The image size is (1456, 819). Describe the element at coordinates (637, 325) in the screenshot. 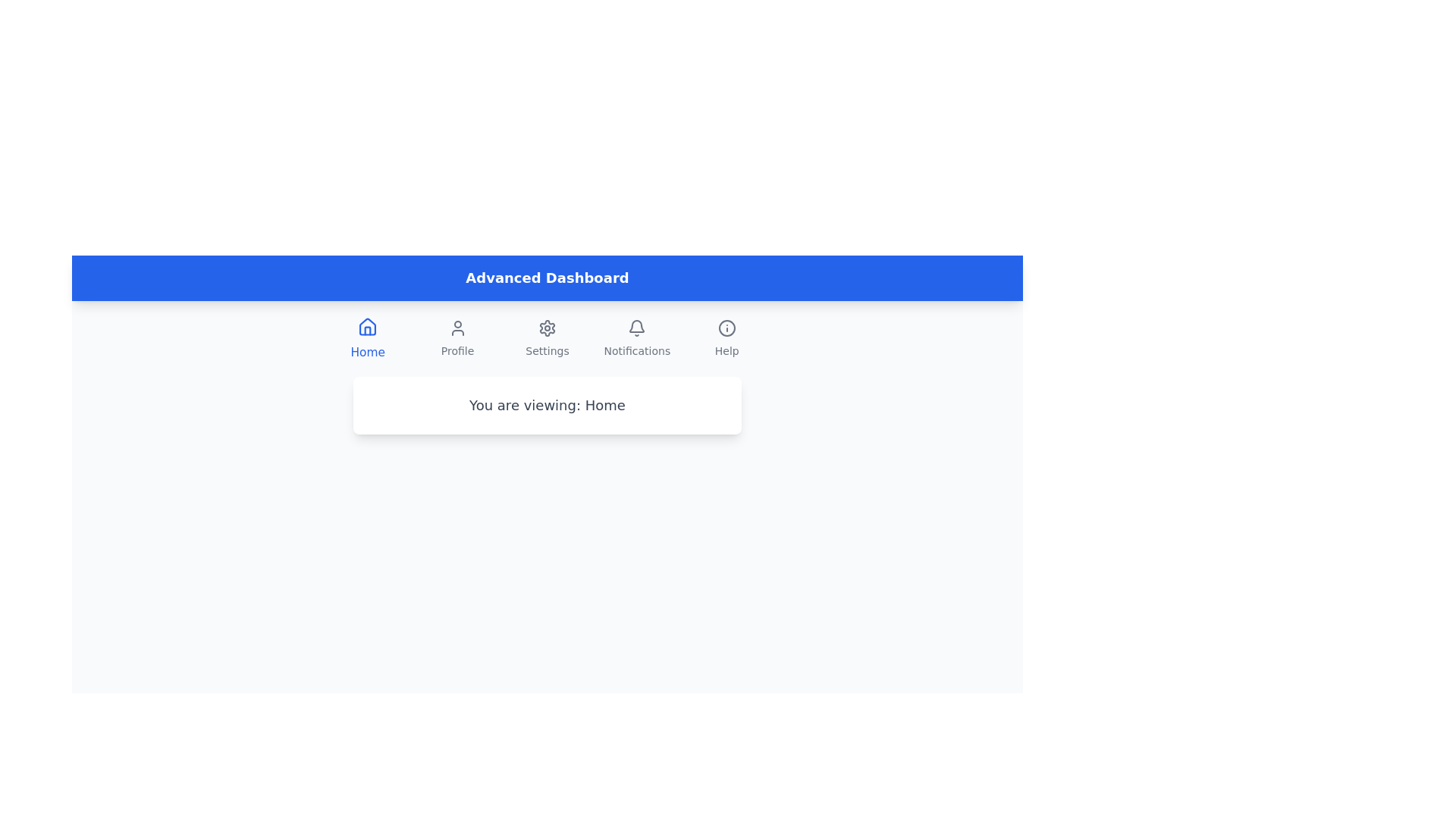

I see `the bell icon located in the top navigation bar, which is the fourth item from the left, next to the Settings gear icon and the Help icon` at that location.